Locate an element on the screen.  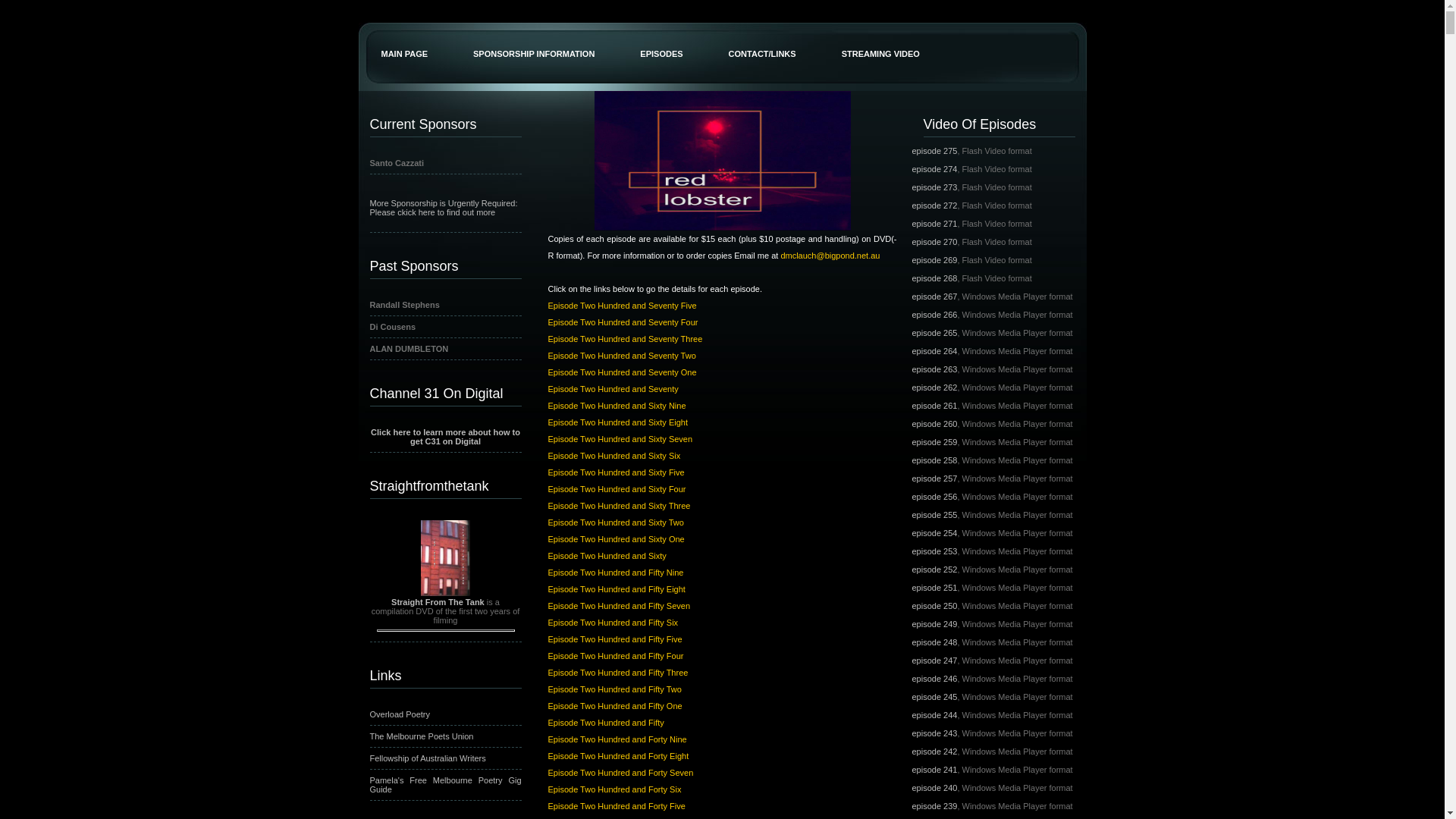
'Straight From The Tank' is located at coordinates (437, 601).